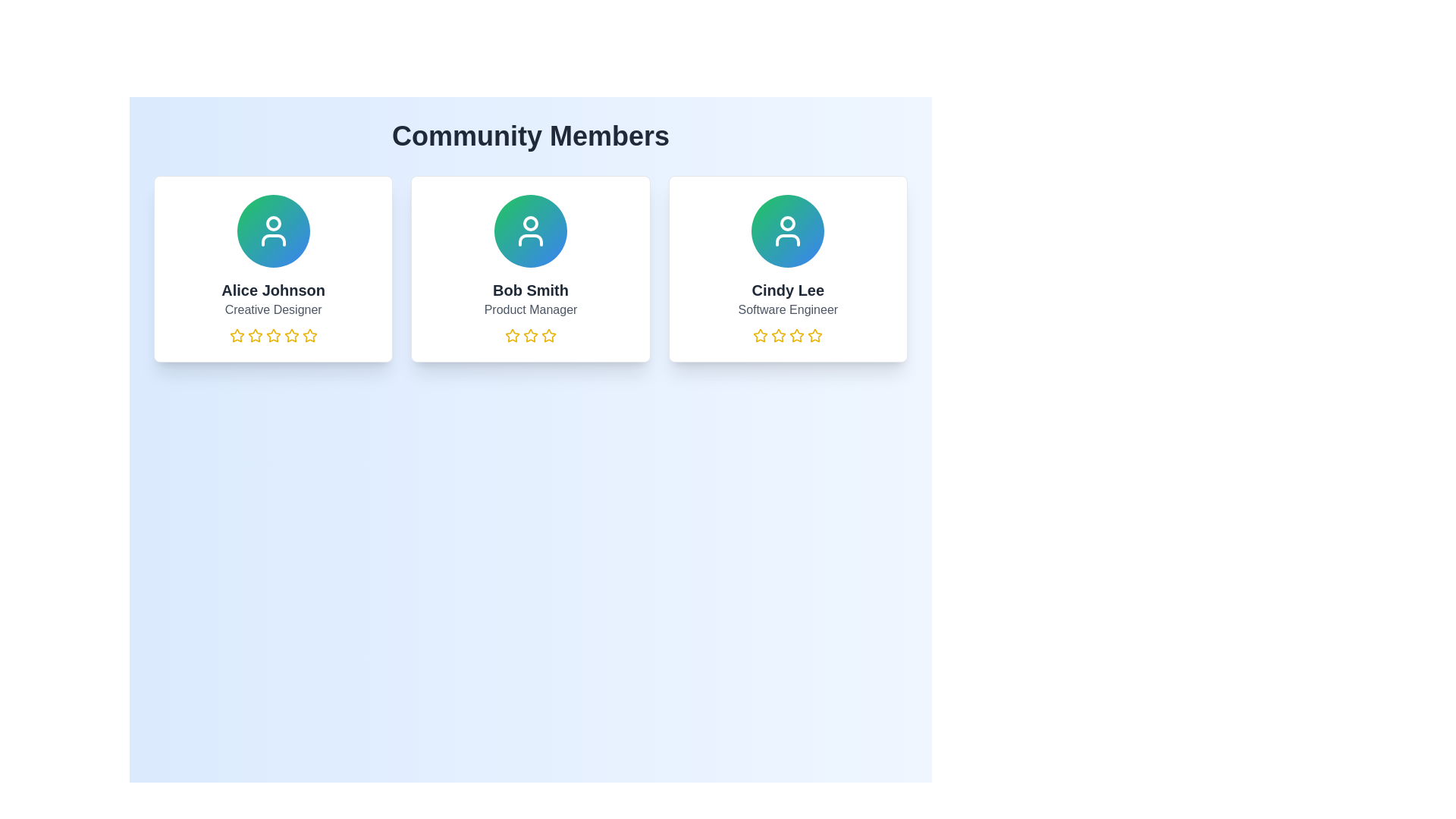 The height and width of the screenshot is (819, 1456). What do you see at coordinates (531, 335) in the screenshot?
I see `on the third star-shaped rating indicator icon outlined in yellow, located under the profile of 'Bob Smith'` at bounding box center [531, 335].